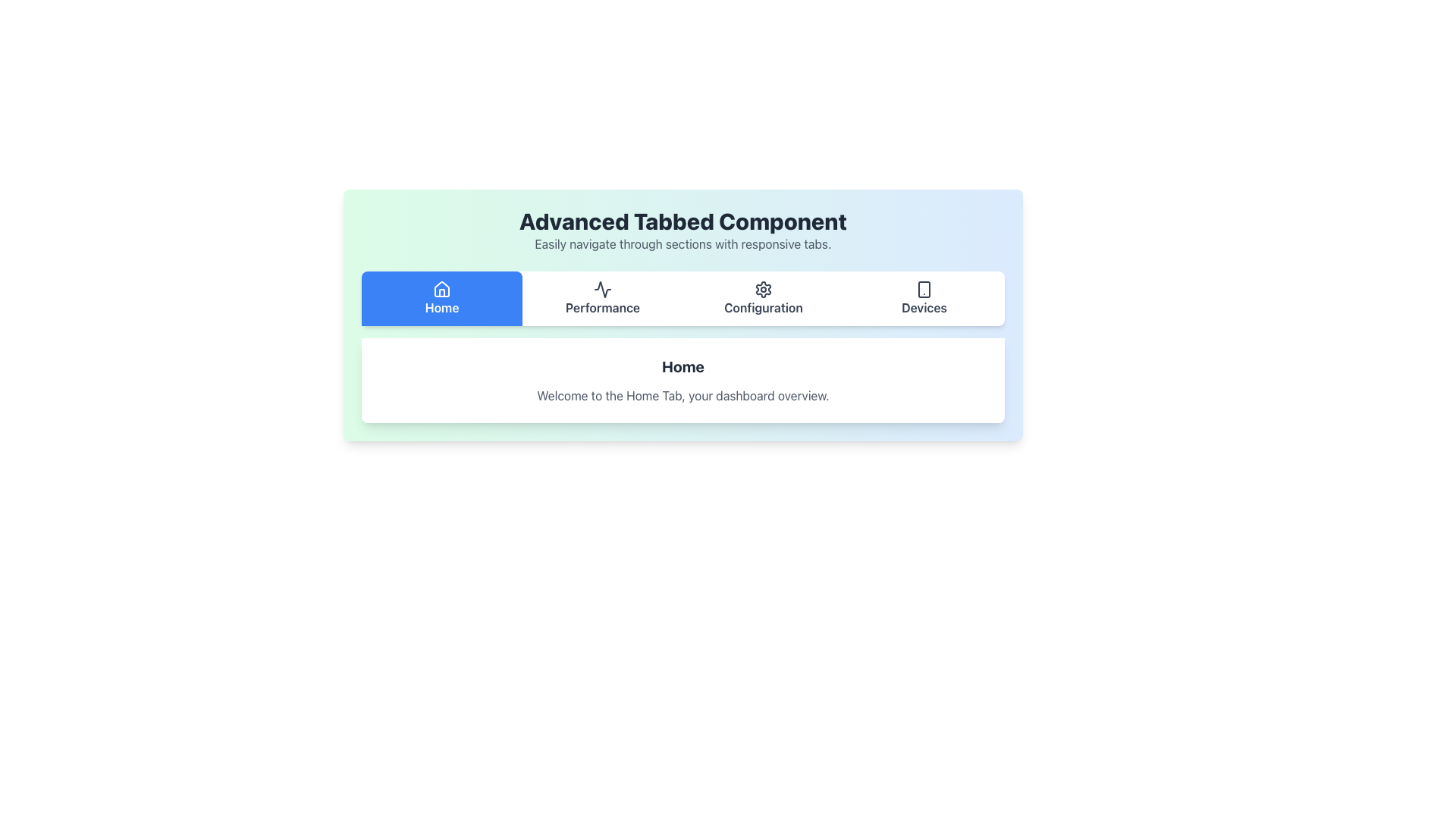 The width and height of the screenshot is (1456, 819). I want to click on the Informational Block located in the central lower portion of the panel, directly below the 'Home' tab navigation bar, so click(682, 379).